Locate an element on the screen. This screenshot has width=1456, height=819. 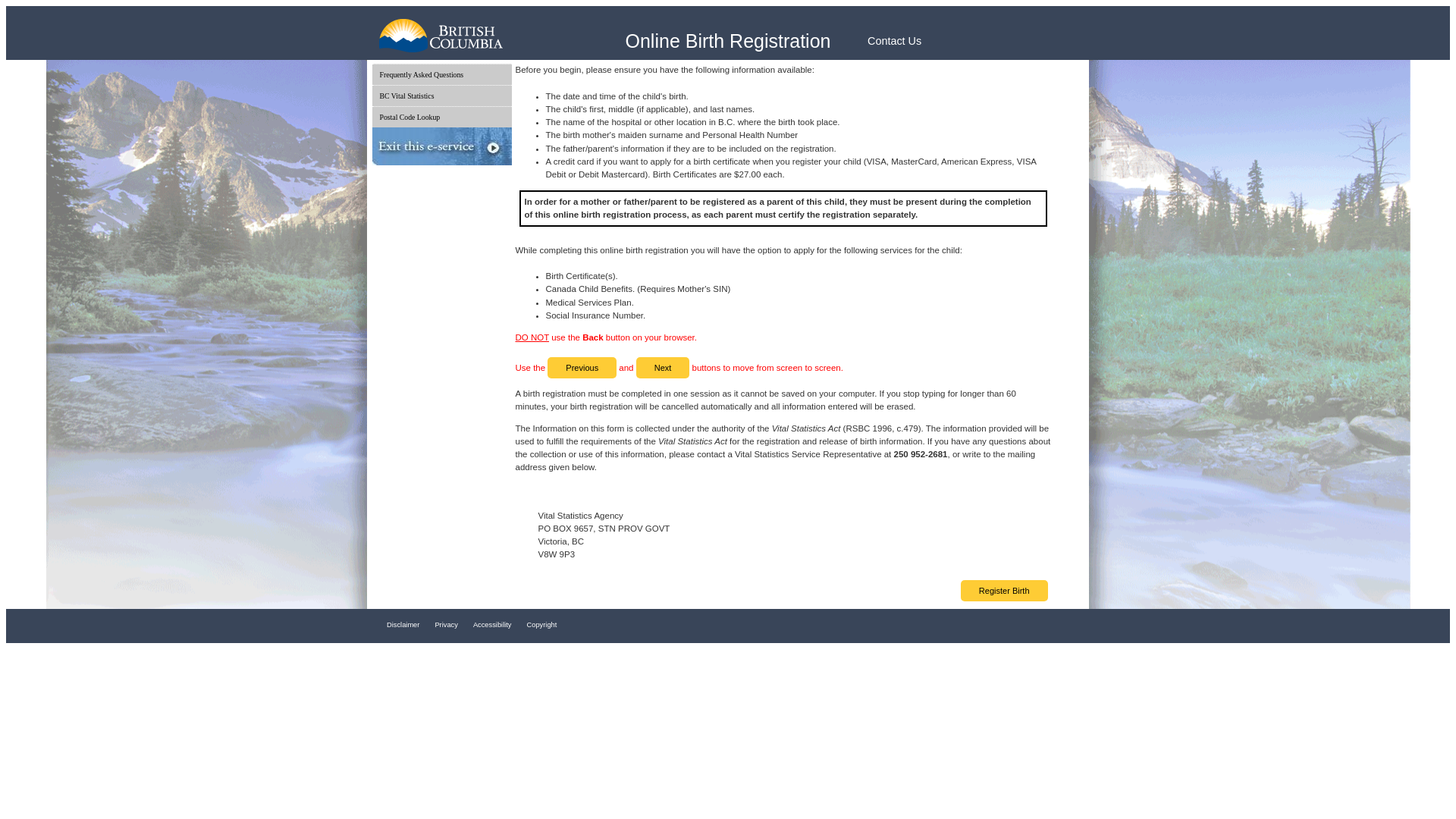
'Frequently Asked Questions' is located at coordinates (440, 74).